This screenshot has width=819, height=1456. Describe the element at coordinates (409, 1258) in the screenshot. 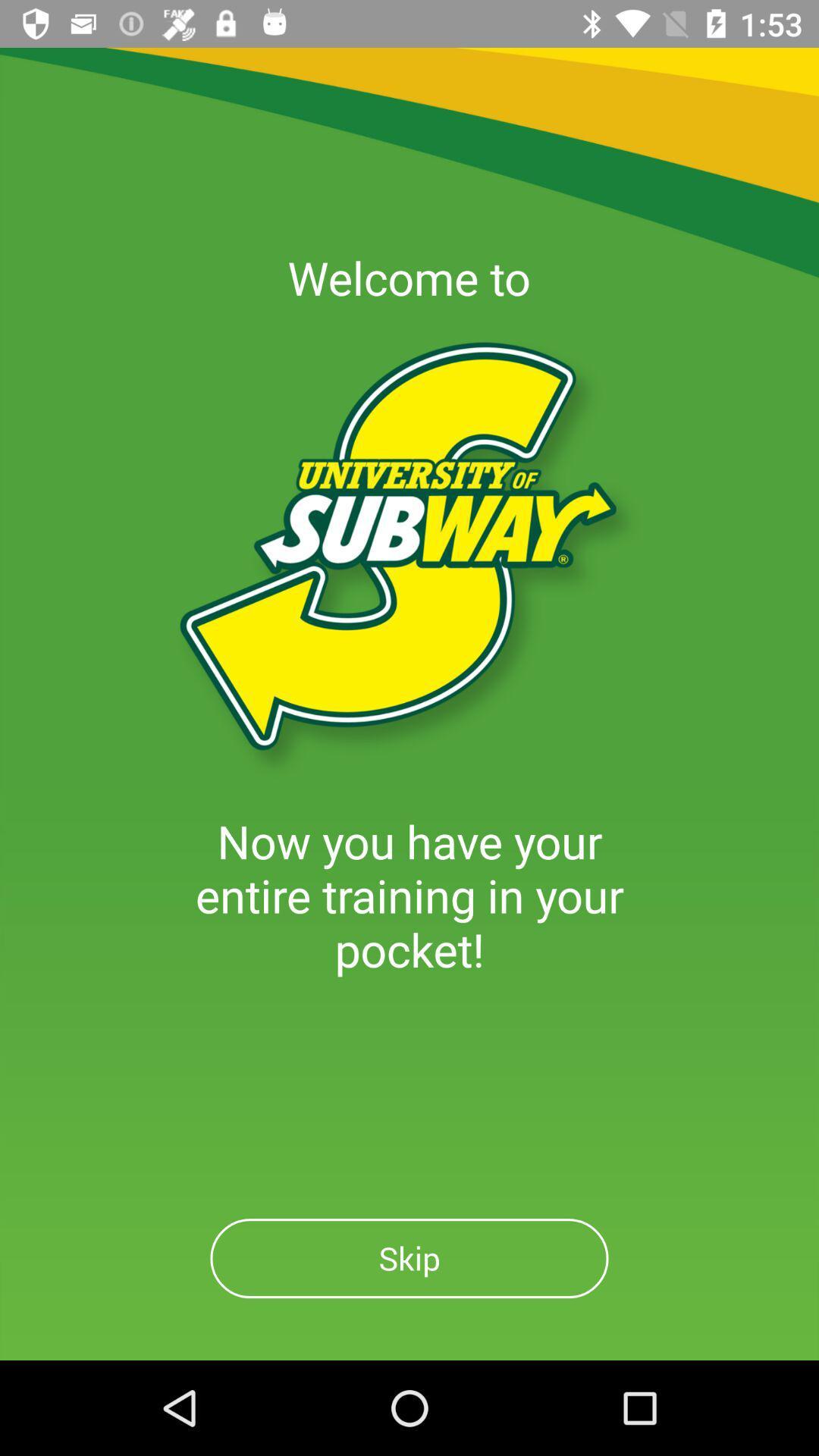

I see `skip button` at that location.